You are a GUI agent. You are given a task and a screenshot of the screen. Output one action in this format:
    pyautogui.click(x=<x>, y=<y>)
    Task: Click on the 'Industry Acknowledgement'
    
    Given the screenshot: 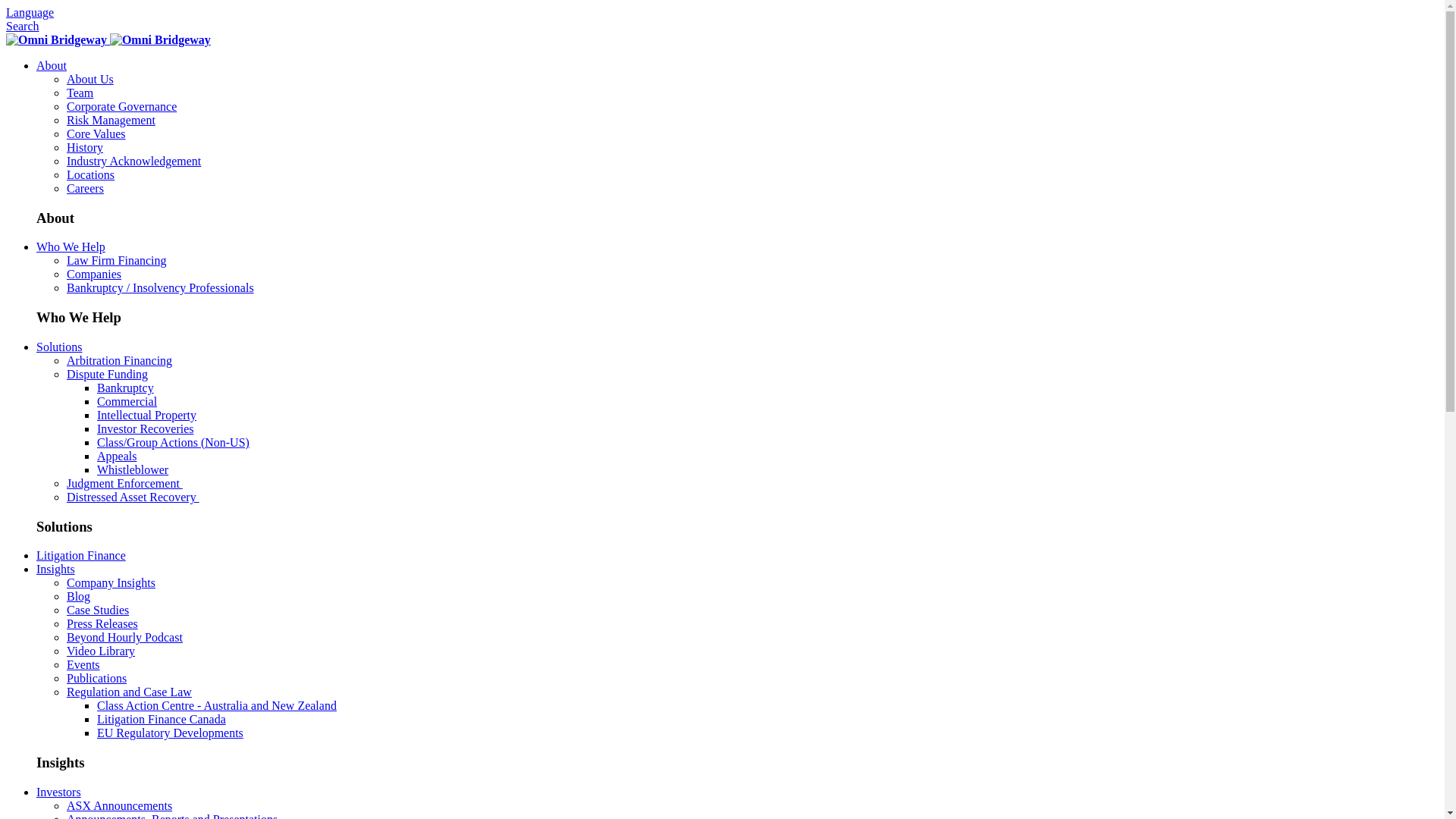 What is the action you would take?
    pyautogui.click(x=133, y=161)
    